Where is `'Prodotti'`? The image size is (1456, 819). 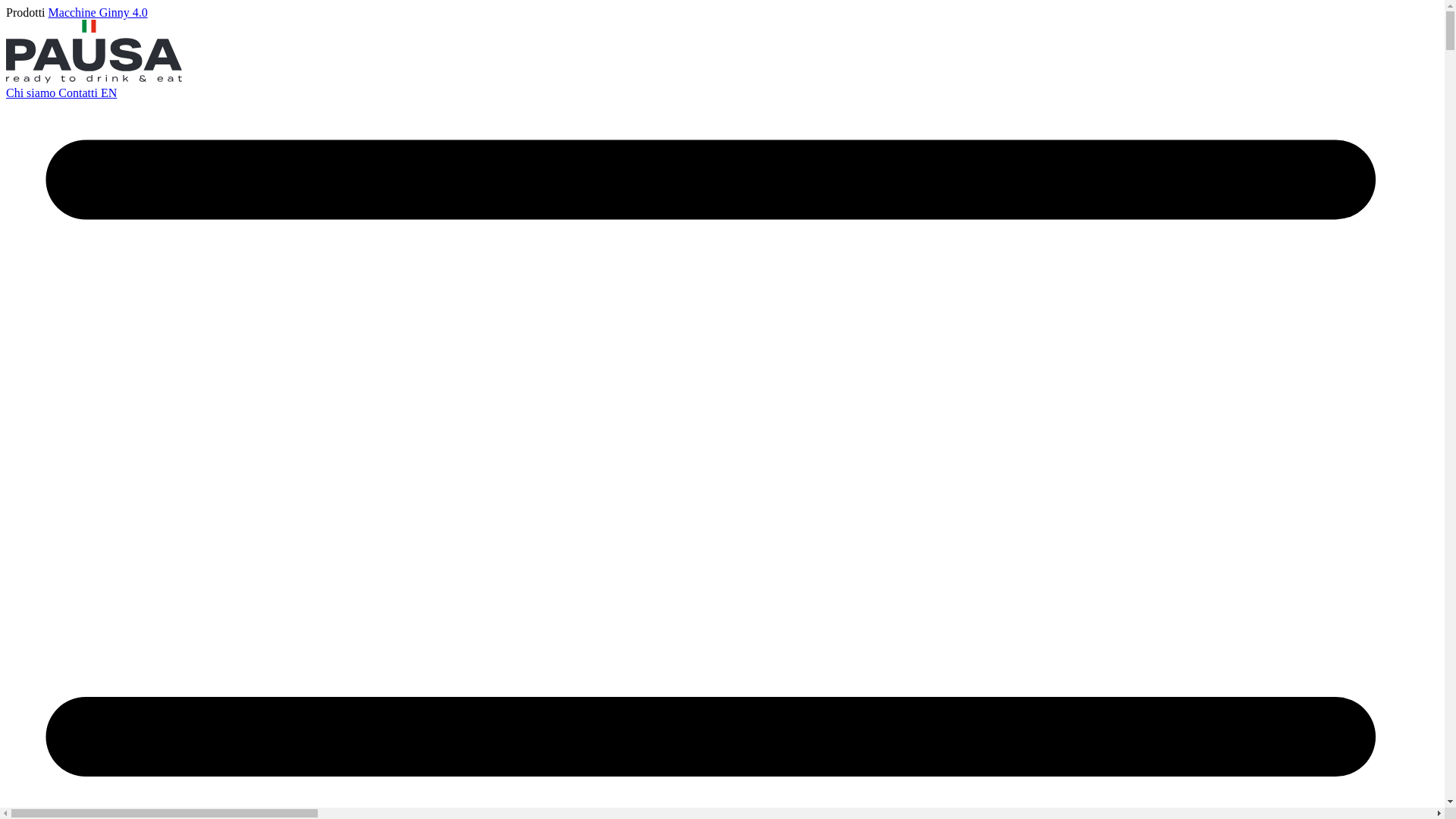
'Prodotti' is located at coordinates (27, 12).